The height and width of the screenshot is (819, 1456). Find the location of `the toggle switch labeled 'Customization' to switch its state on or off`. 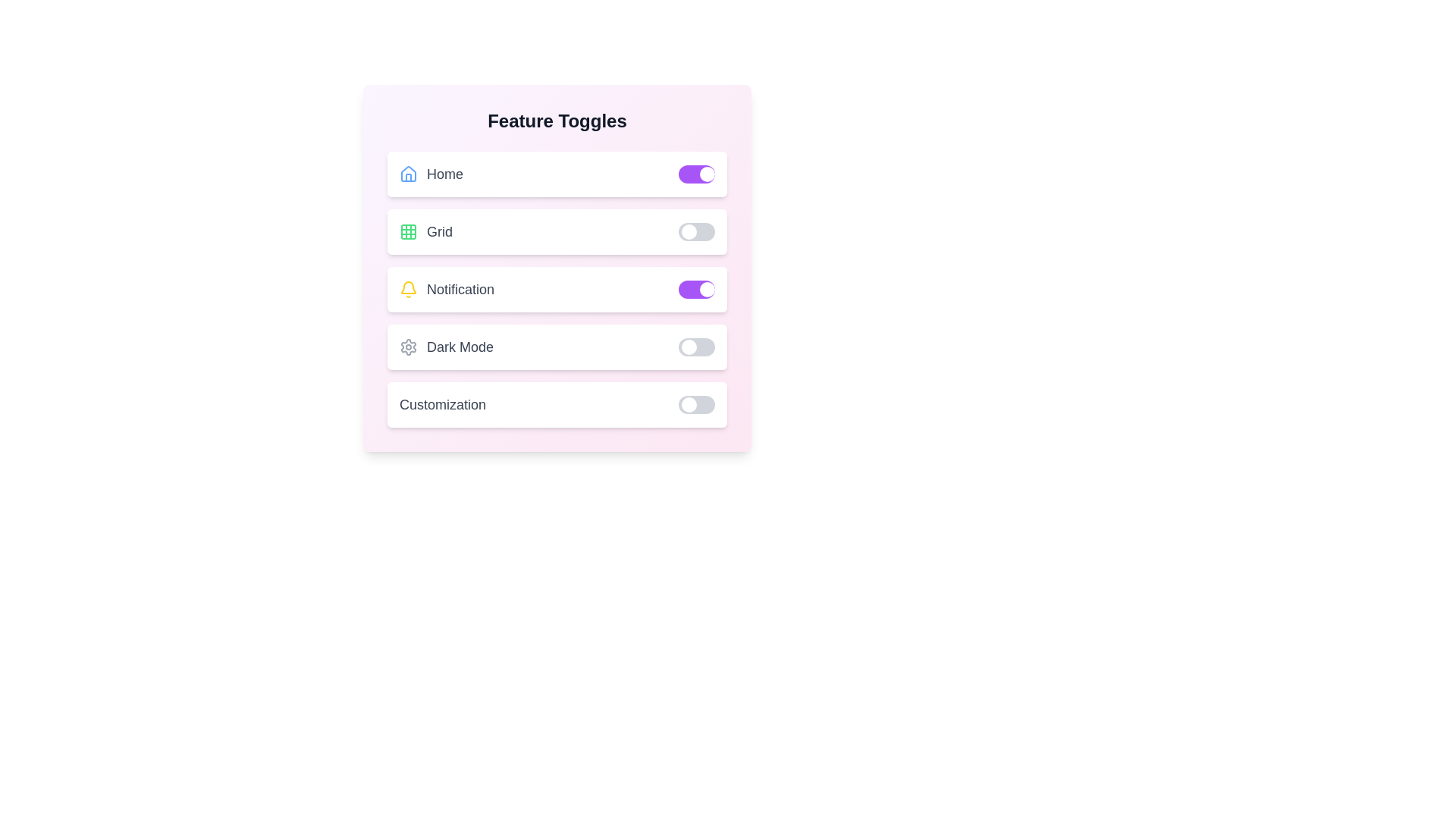

the toggle switch labeled 'Customization' to switch its state on or off is located at coordinates (556, 403).